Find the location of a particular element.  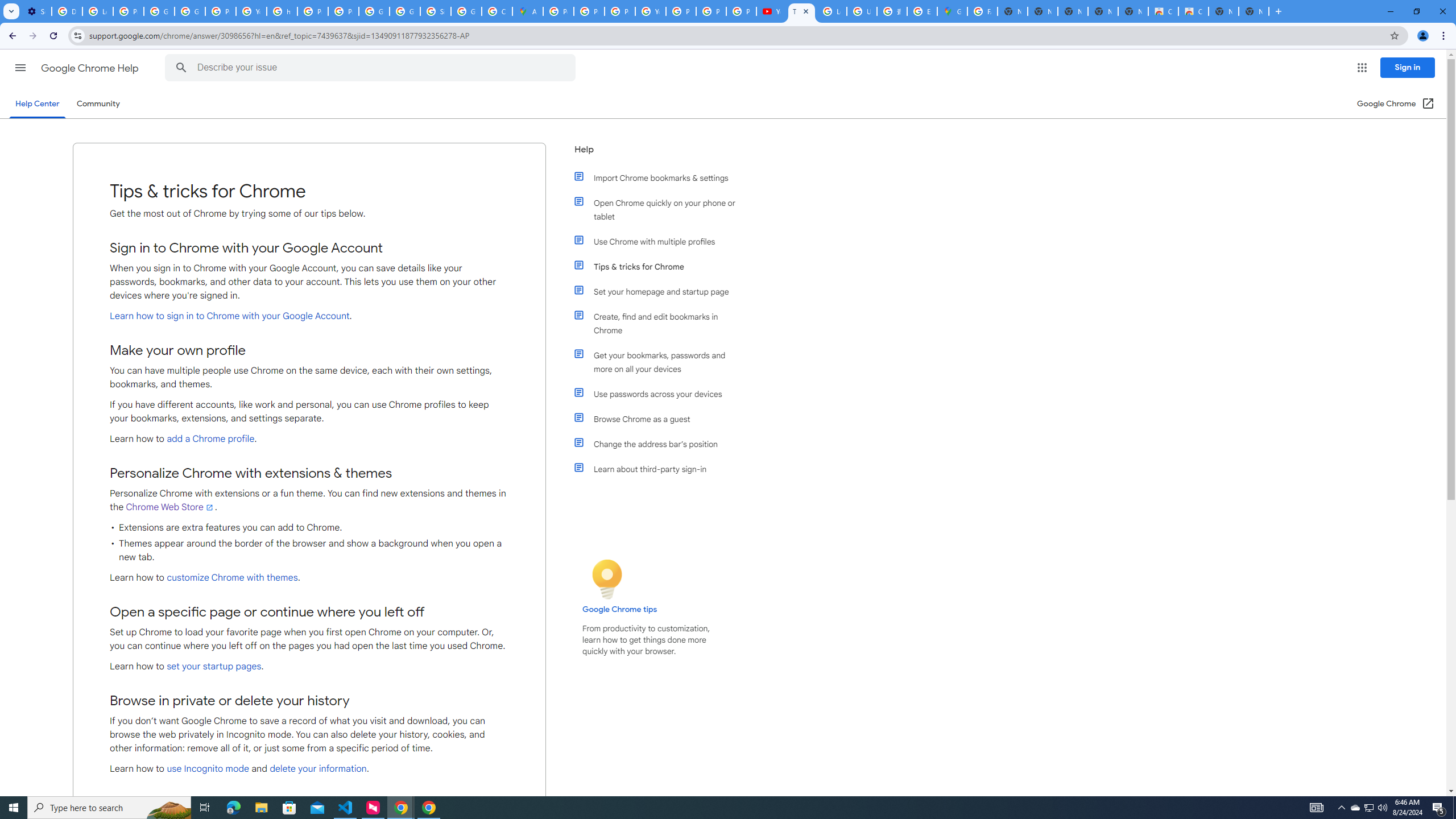

'Classic Blue - Chrome Web Store' is located at coordinates (1194, 11).